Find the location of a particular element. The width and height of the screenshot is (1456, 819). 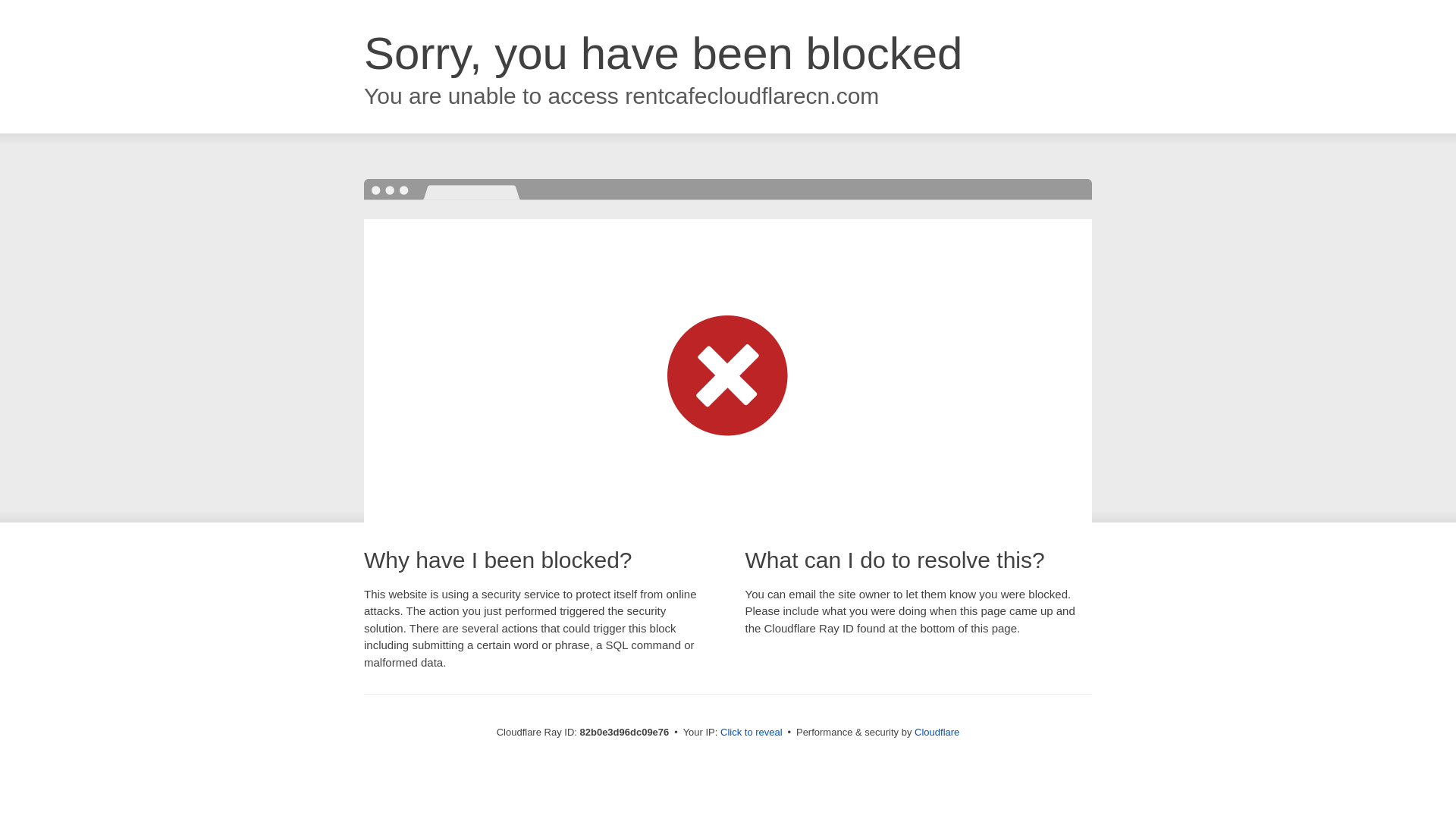

'Cloudflare' is located at coordinates (936, 731).